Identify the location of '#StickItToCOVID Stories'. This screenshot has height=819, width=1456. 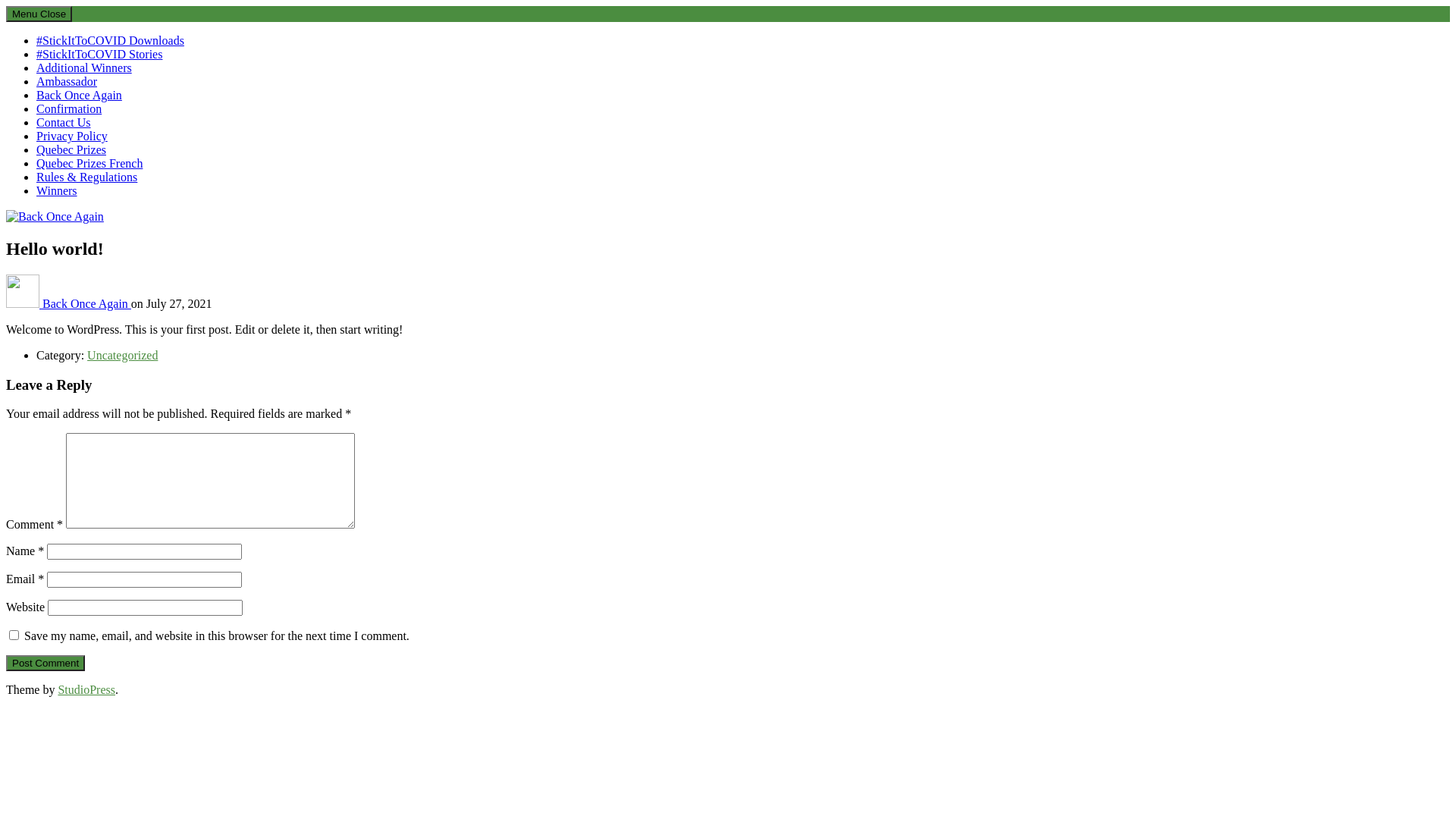
(36, 53).